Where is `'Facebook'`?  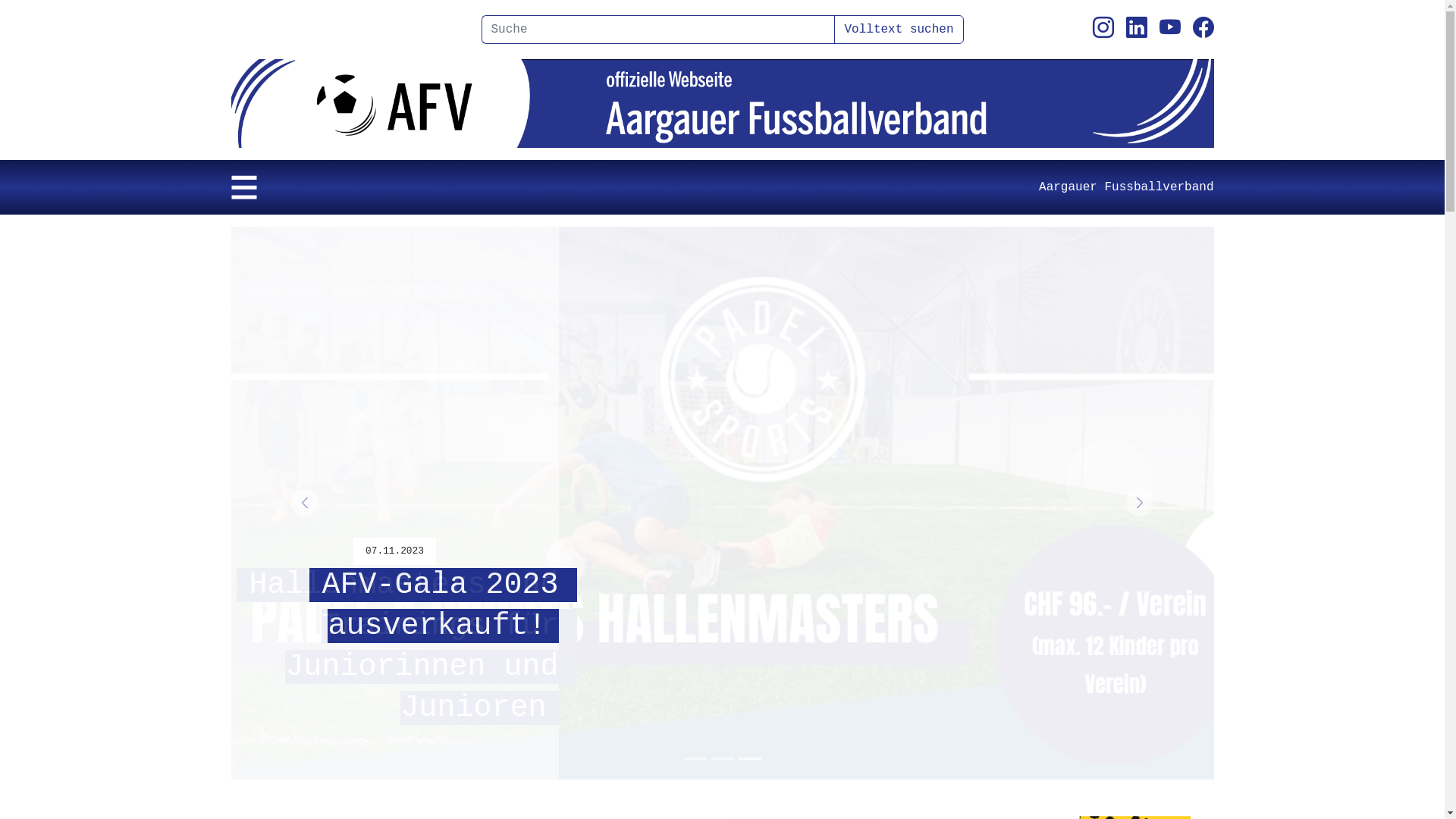 'Facebook' is located at coordinates (1201, 29).